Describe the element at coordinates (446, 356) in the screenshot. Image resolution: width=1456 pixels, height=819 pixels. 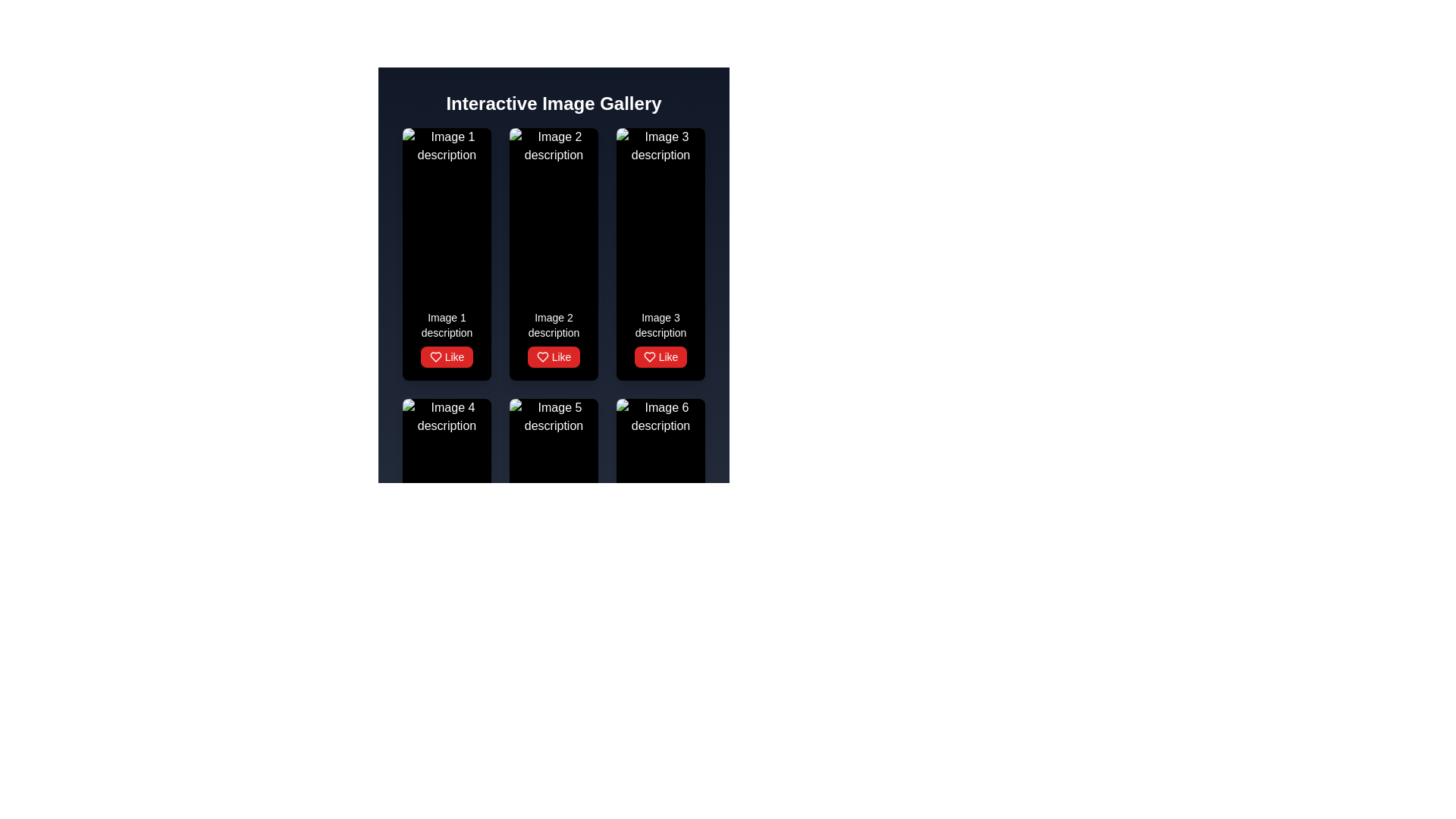
I see `the red button with a white heart icon and 'Like' text` at that location.